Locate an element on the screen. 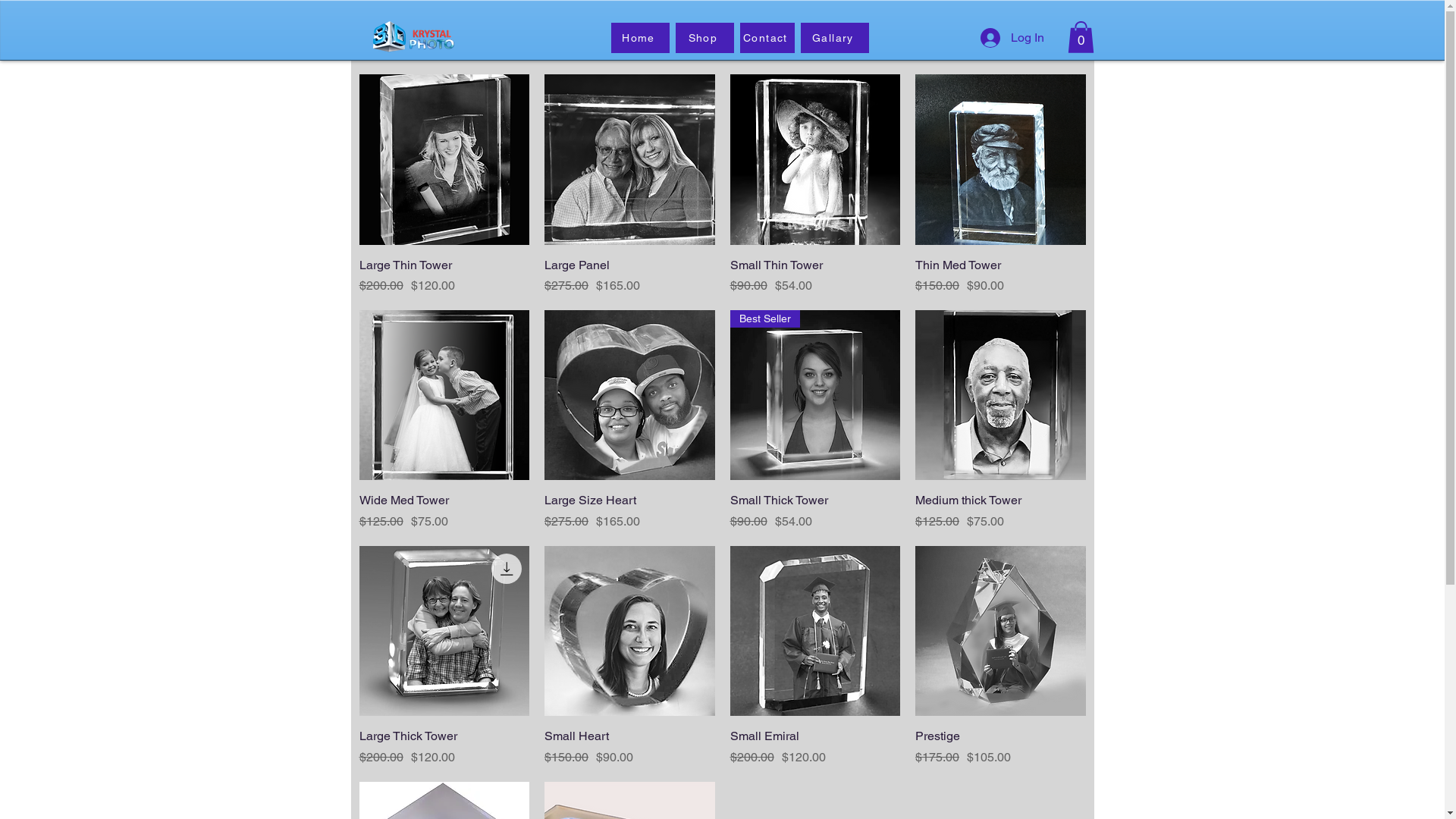  'Contact' is located at coordinates (767, 37).